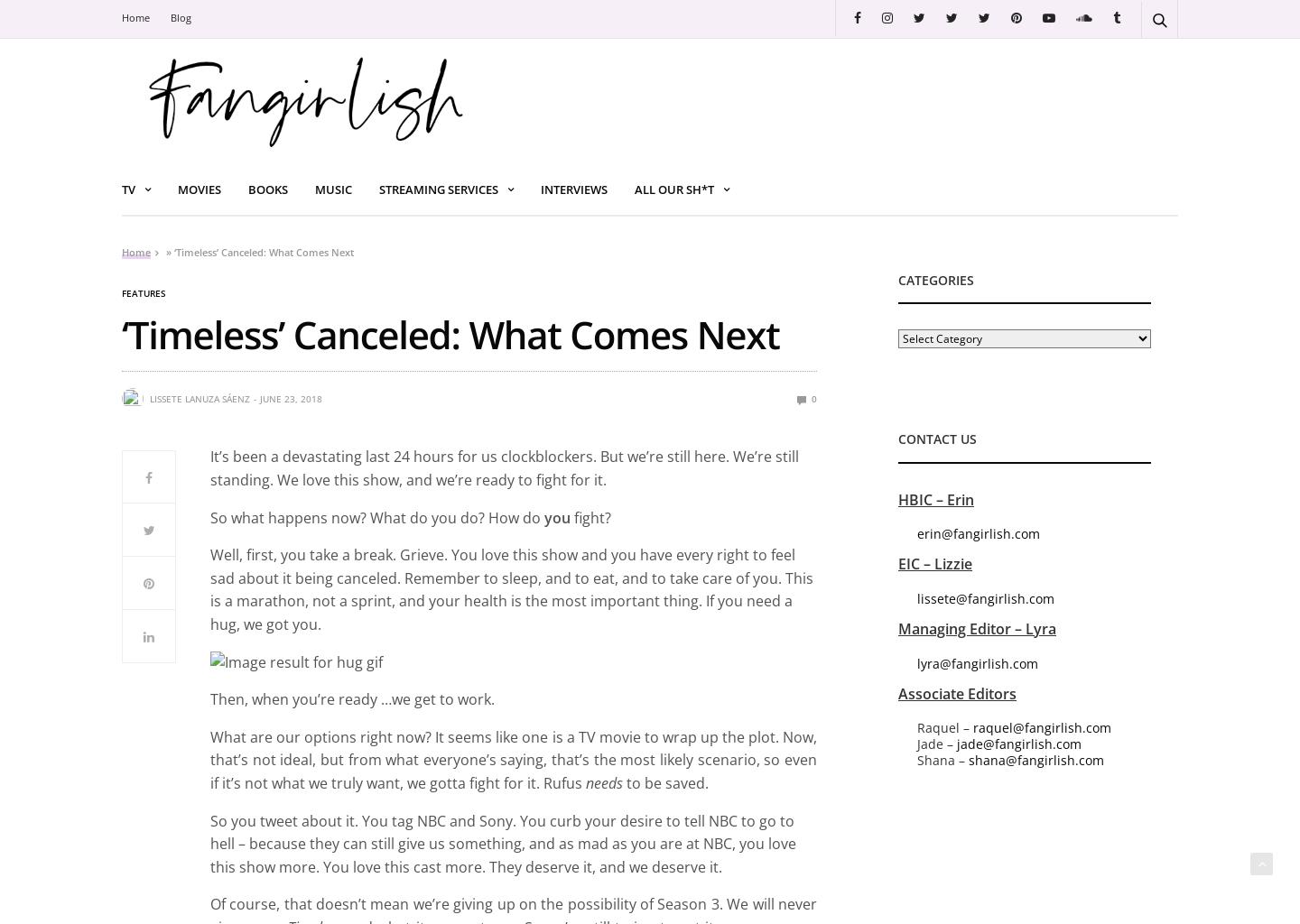 The image size is (1300, 924). What do you see at coordinates (291, 398) in the screenshot?
I see `'June 23, 2018'` at bounding box center [291, 398].